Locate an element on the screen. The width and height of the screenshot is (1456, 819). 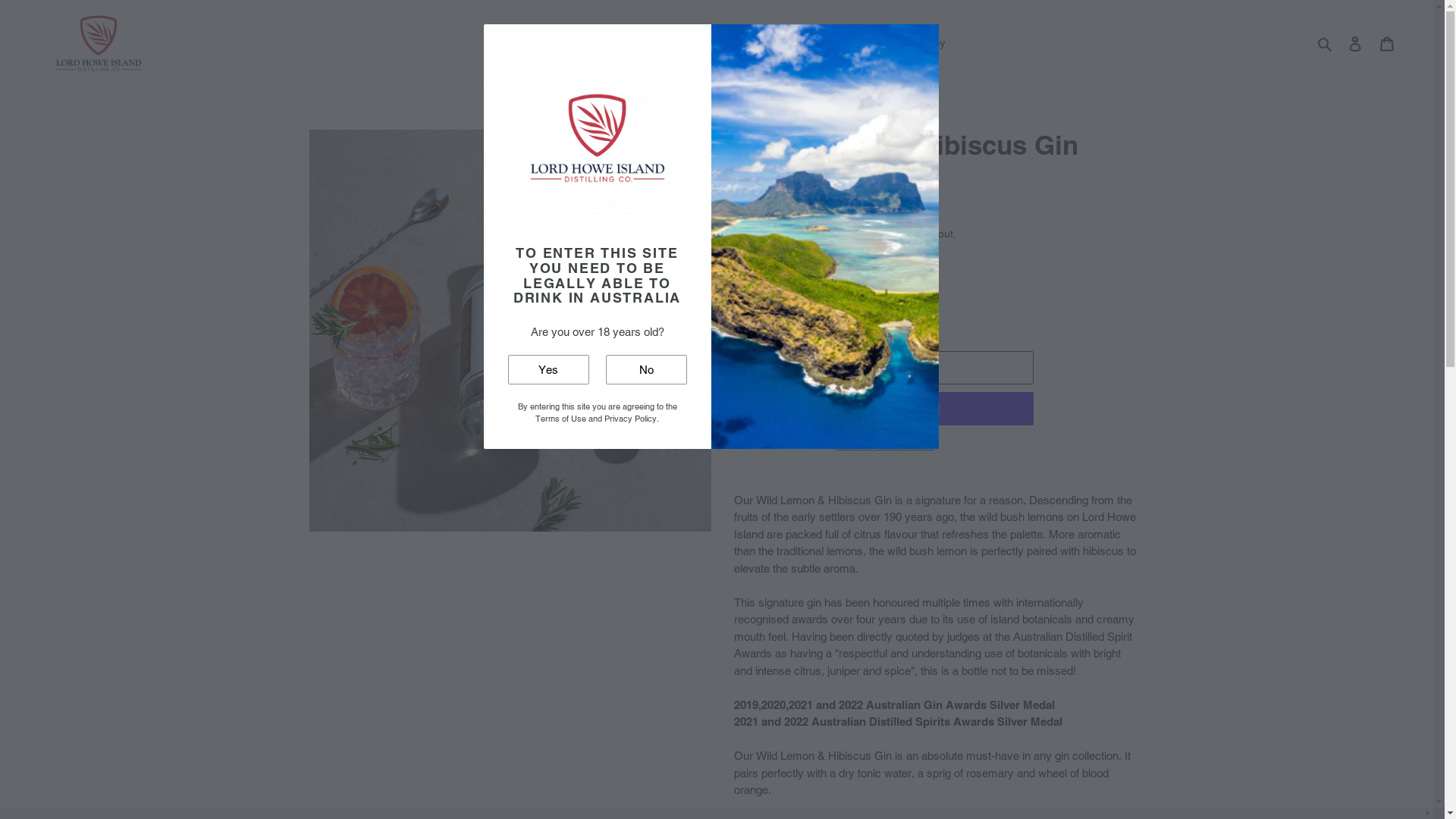
'Search' is located at coordinates (1325, 42).